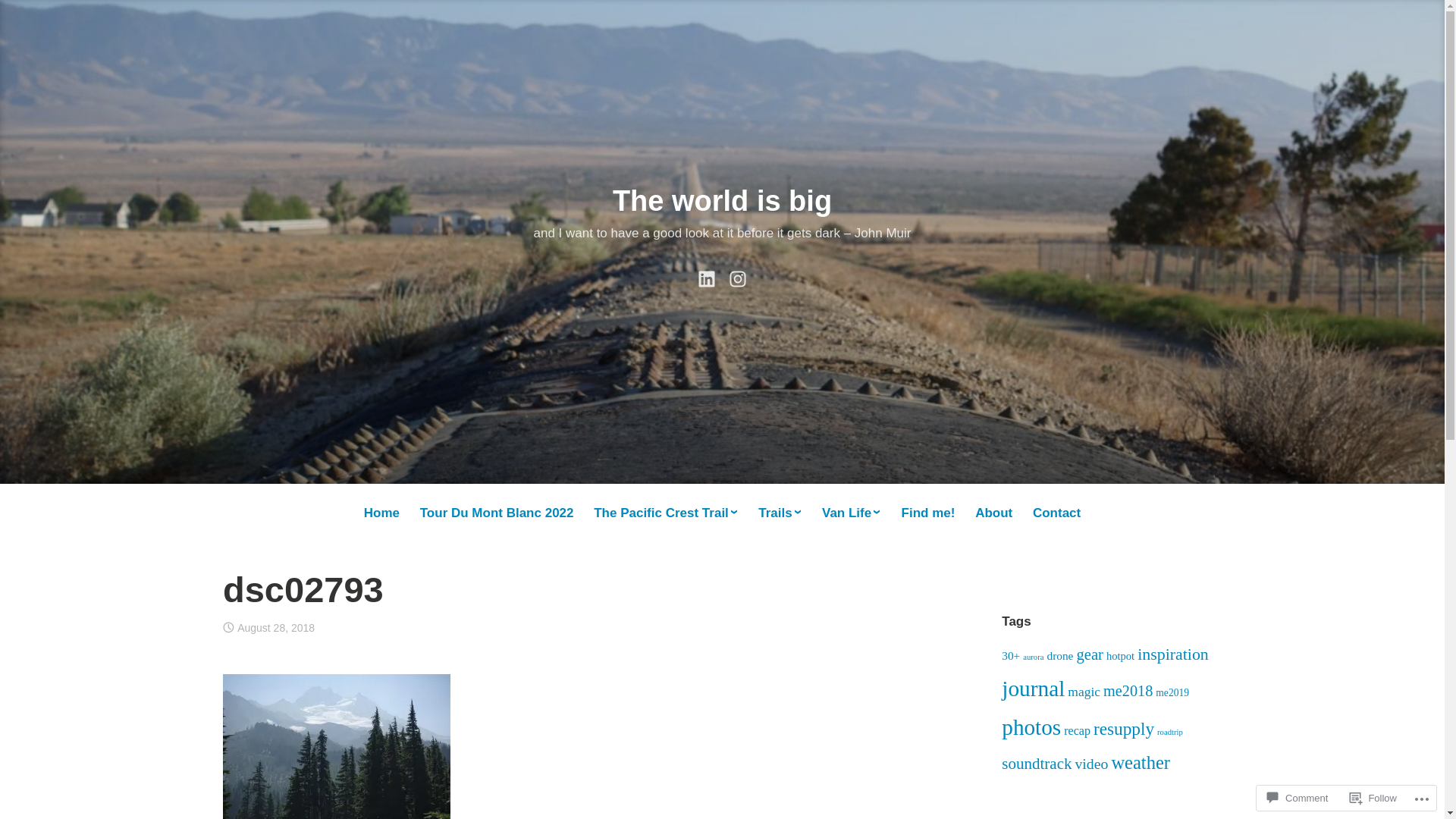 The image size is (1456, 819). What do you see at coordinates (1120, 654) in the screenshot?
I see `'hotpot'` at bounding box center [1120, 654].